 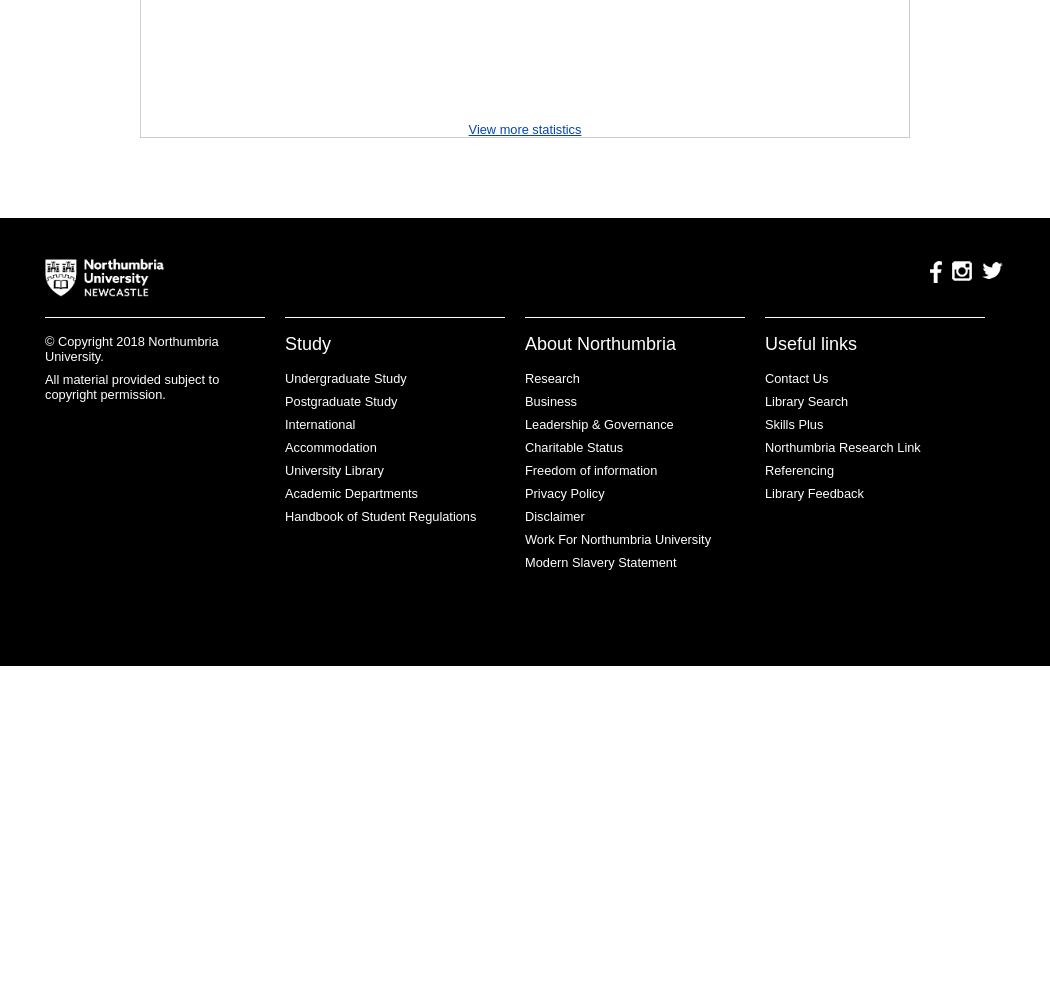 What do you see at coordinates (805, 401) in the screenshot?
I see `'Library Search'` at bounding box center [805, 401].